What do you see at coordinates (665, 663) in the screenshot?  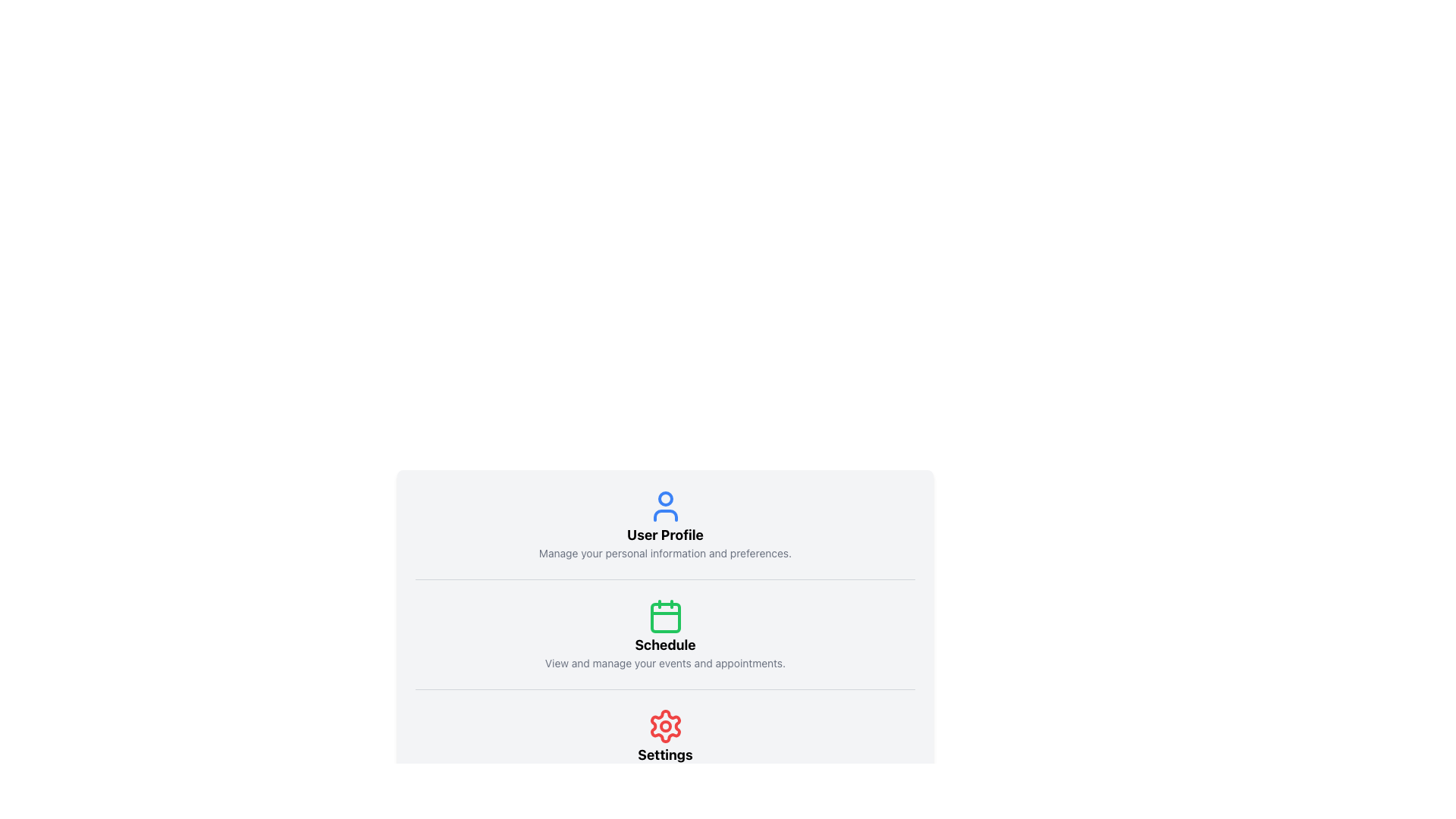 I see `the static text label that reads 'View and manage your events and appointments.' located below the 'Schedule' text and calendar icon` at bounding box center [665, 663].